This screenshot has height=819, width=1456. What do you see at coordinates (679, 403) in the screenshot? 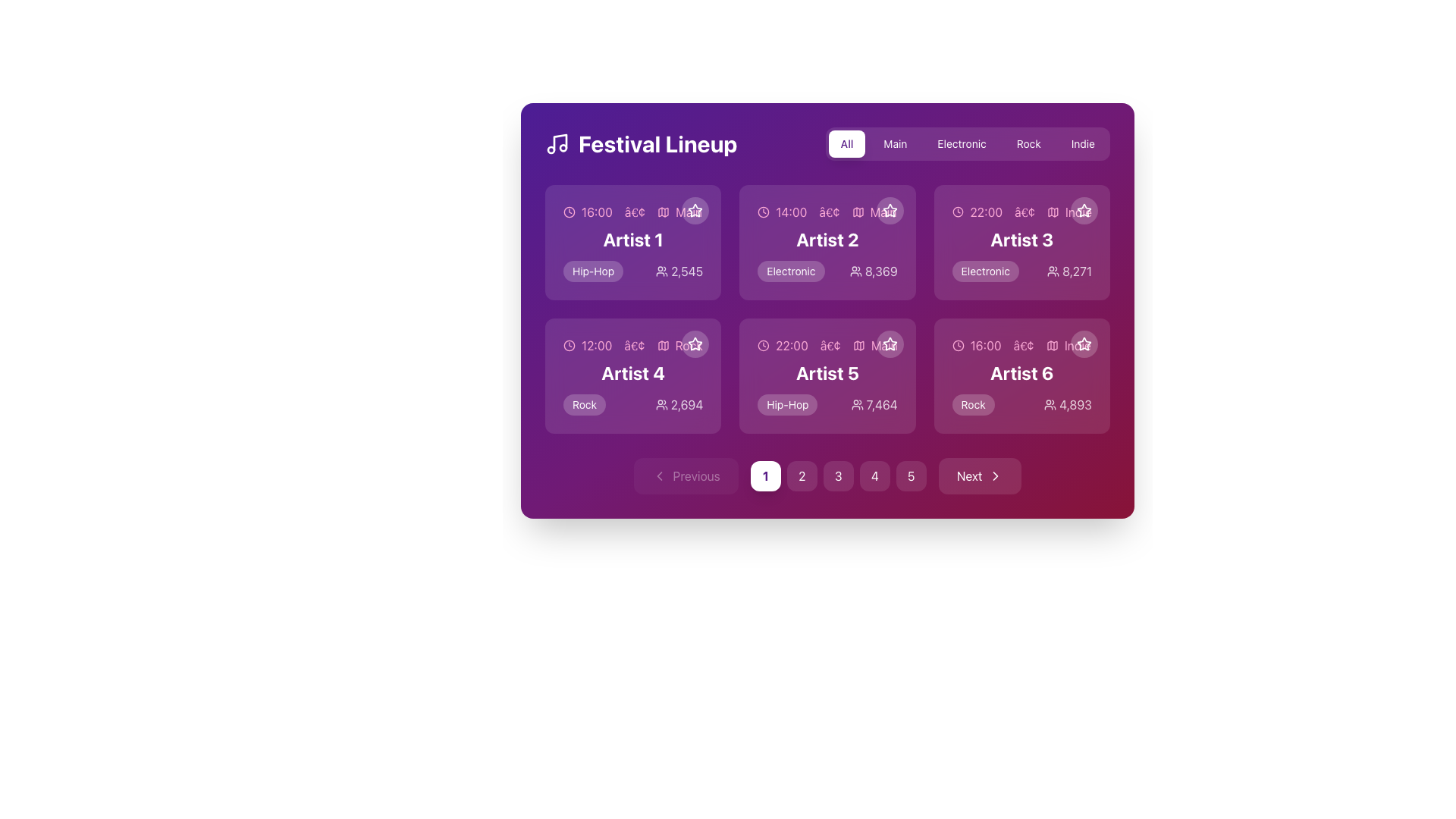
I see `displayed count of attendees associated with 'Artist 4' in the festival lineup, located within the card labeled 'Artist 4' below the label 'Rock' and beside the audience count icon` at bounding box center [679, 403].